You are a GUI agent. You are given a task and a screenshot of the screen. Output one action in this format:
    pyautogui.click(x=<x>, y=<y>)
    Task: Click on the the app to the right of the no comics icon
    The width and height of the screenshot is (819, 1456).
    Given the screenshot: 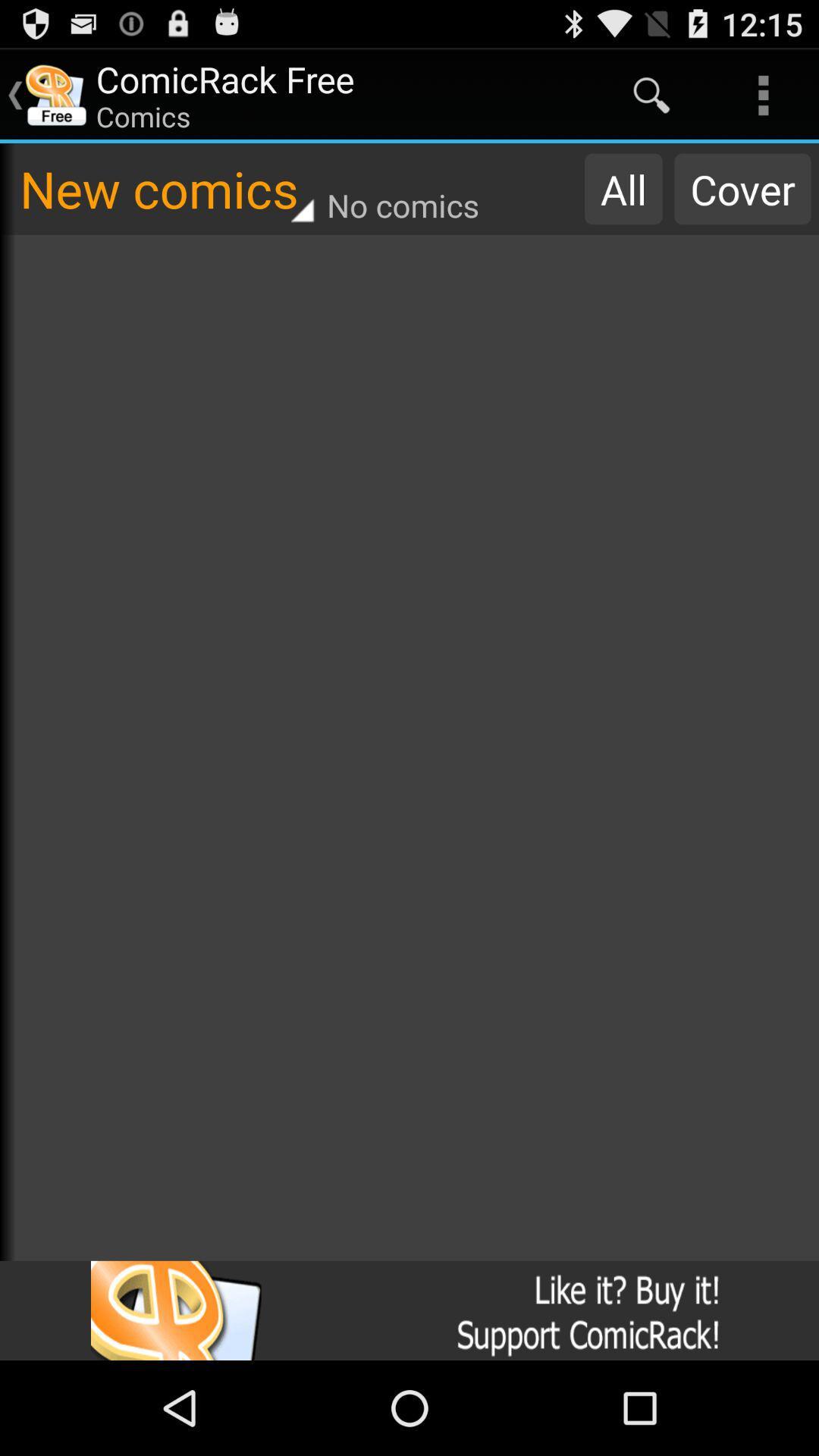 What is the action you would take?
    pyautogui.click(x=623, y=188)
    